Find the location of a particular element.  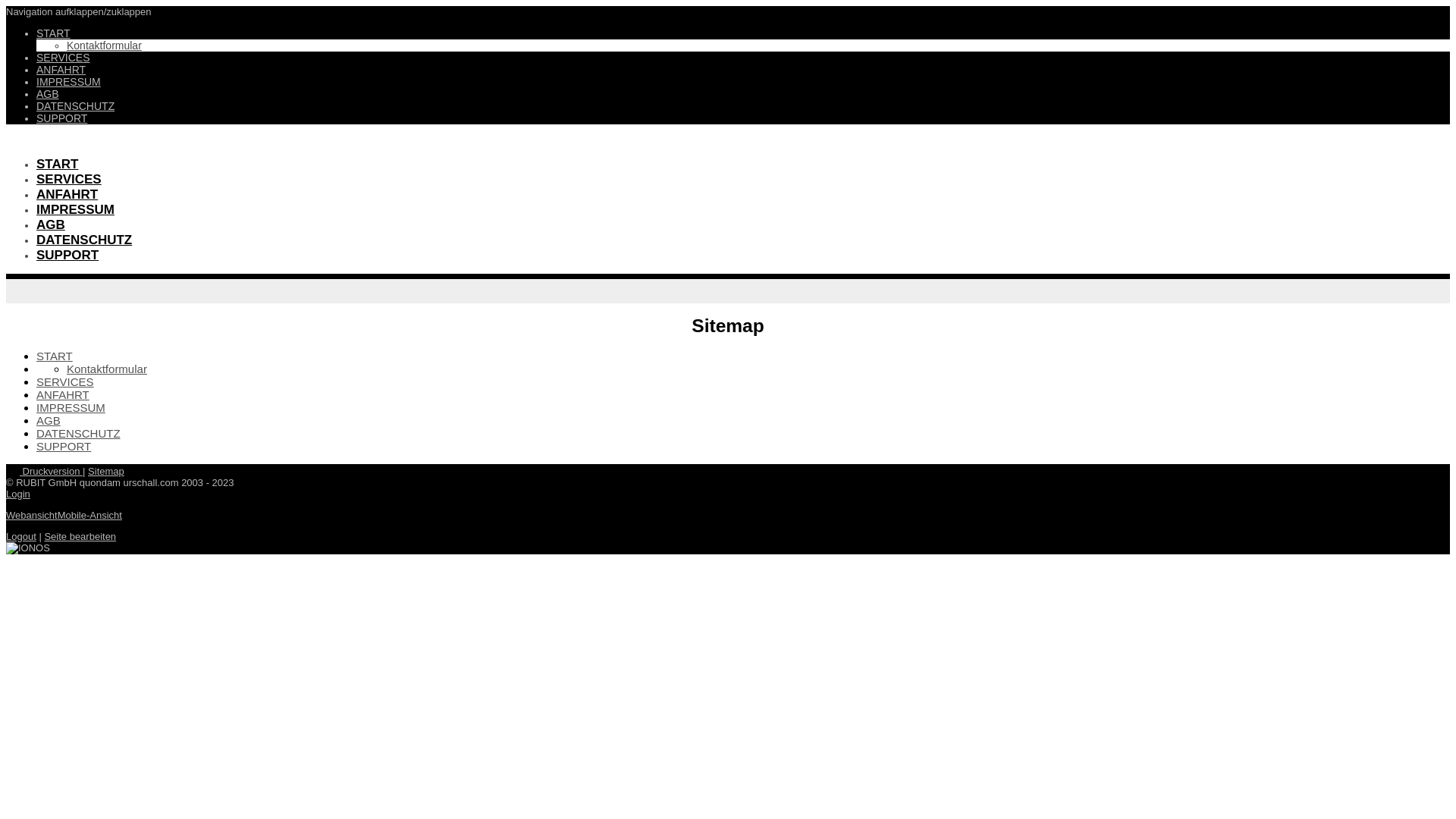

'SUPPORT' is located at coordinates (62, 445).